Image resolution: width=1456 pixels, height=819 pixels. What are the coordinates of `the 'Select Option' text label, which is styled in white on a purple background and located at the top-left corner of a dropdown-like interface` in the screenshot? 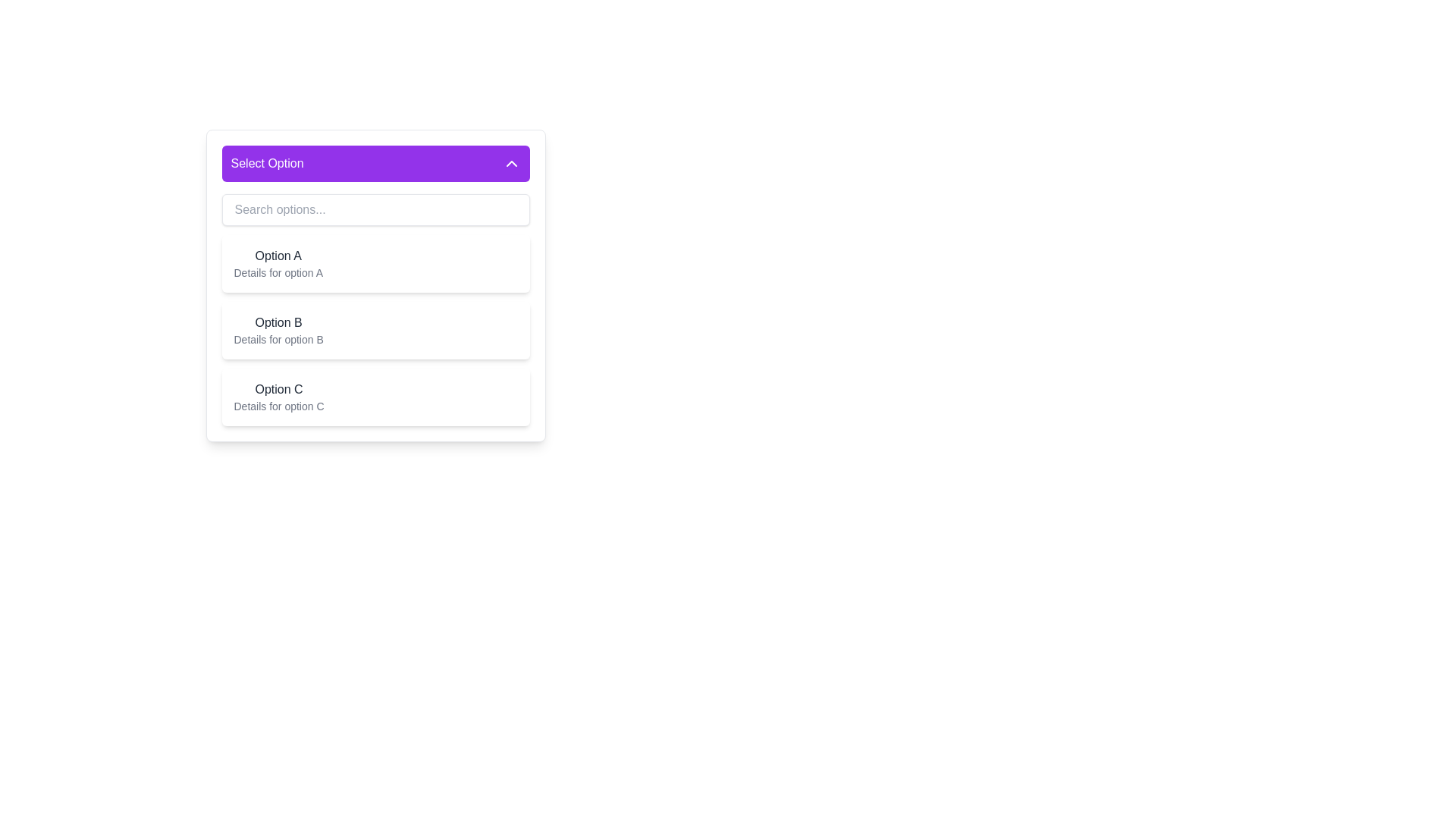 It's located at (267, 164).